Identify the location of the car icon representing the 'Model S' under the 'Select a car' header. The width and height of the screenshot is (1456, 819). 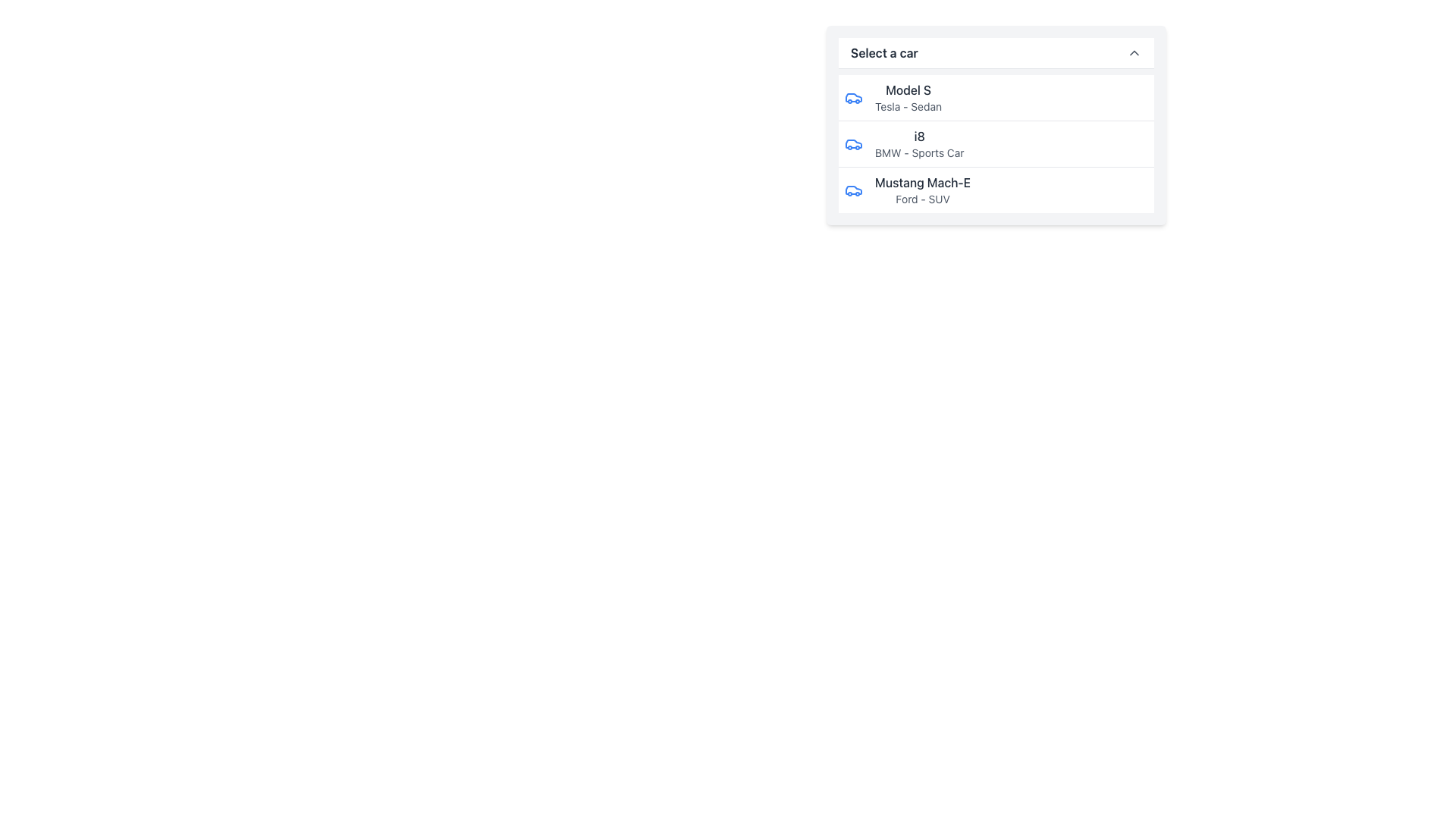
(854, 97).